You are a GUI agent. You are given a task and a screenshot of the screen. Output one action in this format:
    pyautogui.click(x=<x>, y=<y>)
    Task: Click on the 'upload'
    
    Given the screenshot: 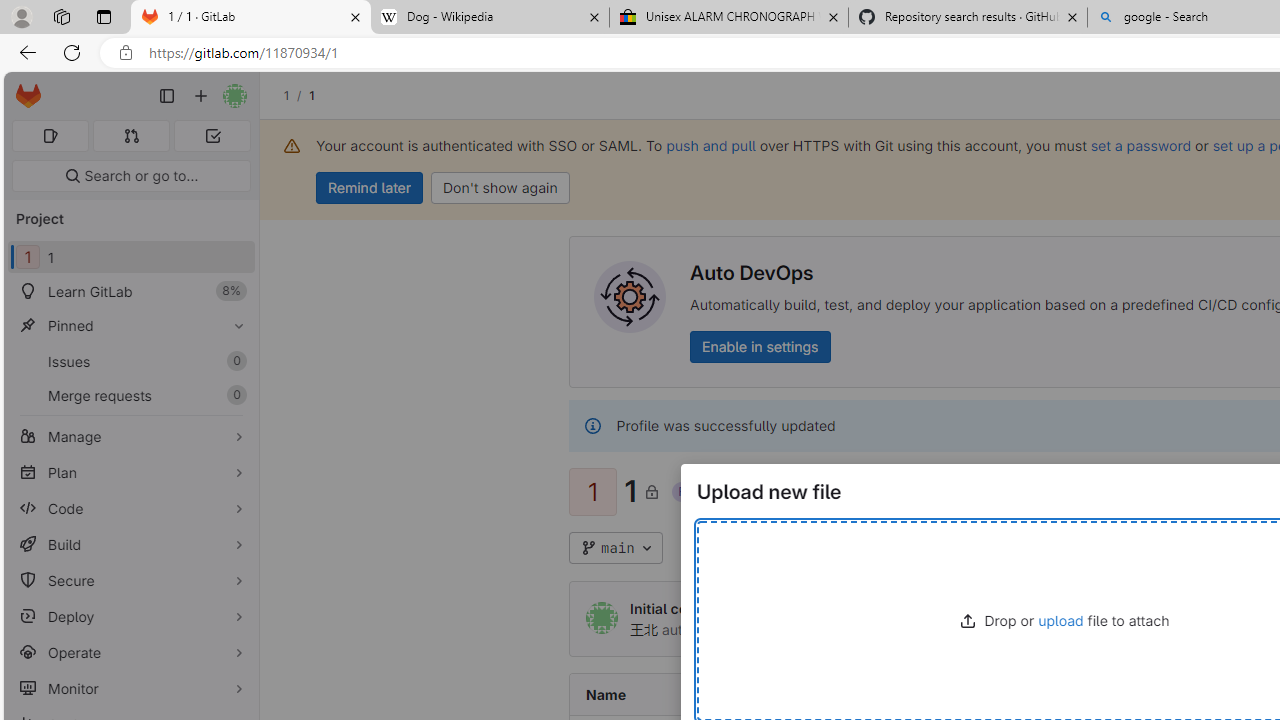 What is the action you would take?
    pyautogui.click(x=1060, y=619)
    